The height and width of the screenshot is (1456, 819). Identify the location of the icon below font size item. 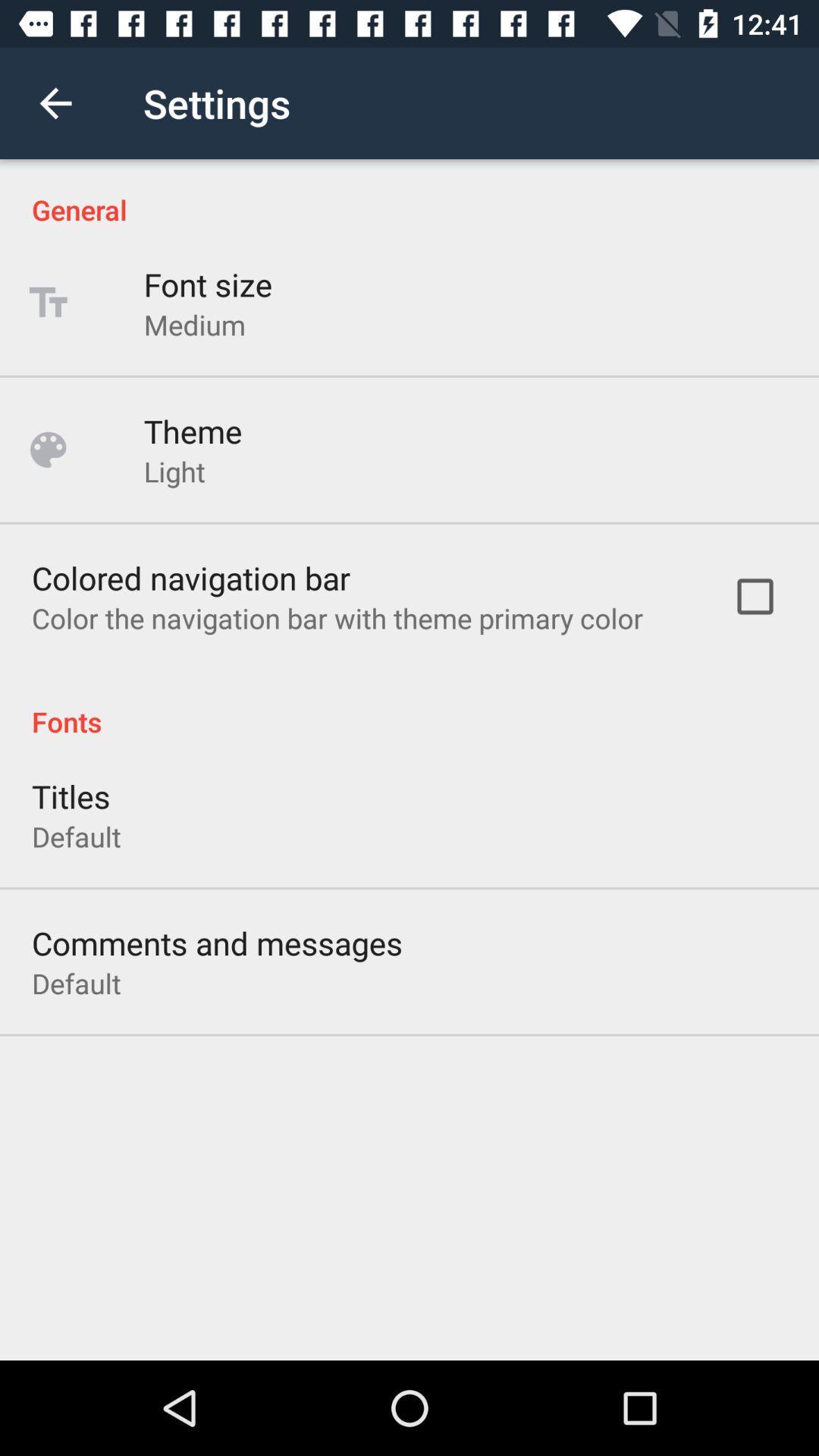
(193, 324).